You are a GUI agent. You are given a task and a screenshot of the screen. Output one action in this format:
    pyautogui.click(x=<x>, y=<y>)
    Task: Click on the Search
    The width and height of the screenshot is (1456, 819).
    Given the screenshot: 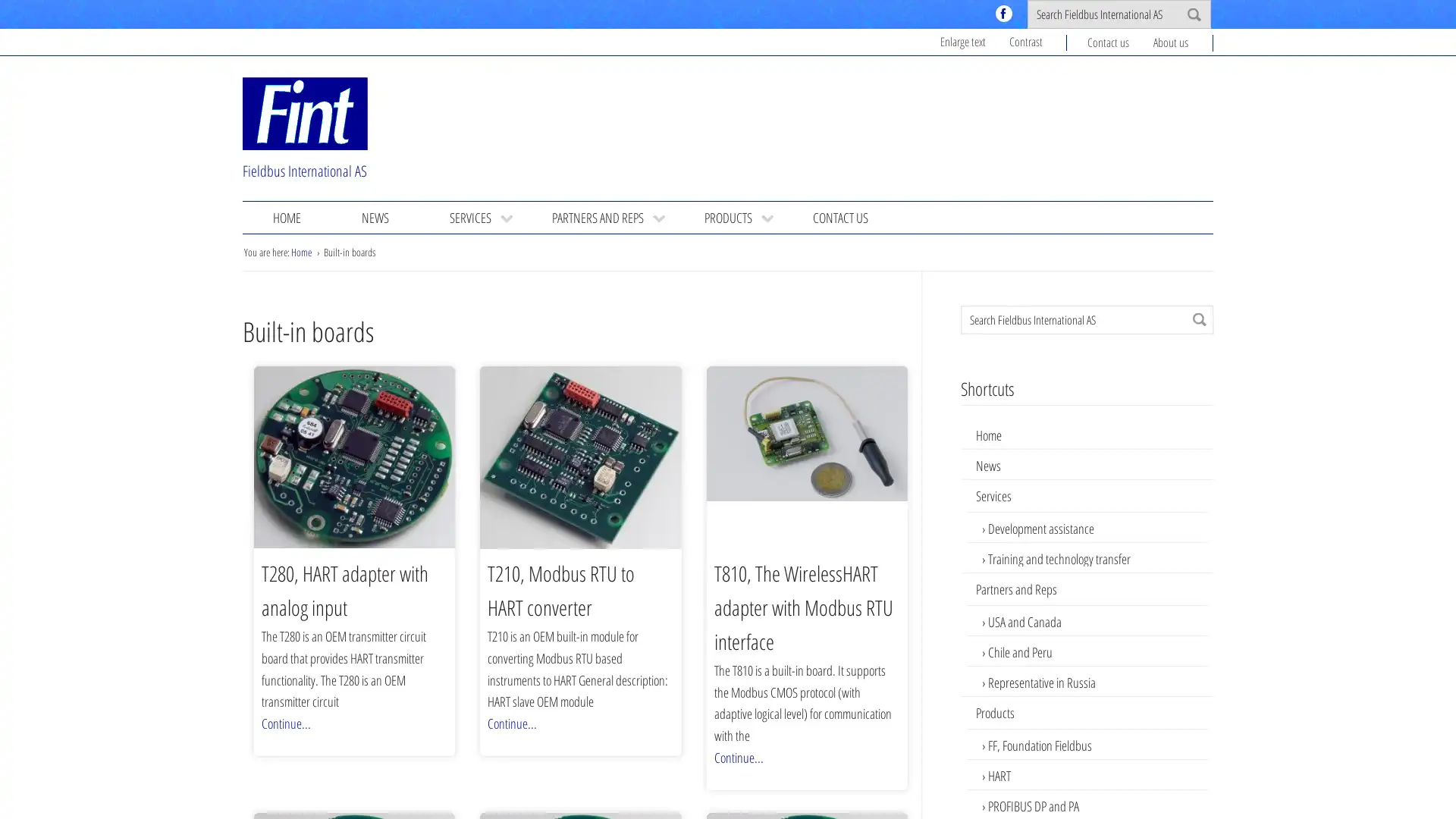 What is the action you would take?
    pyautogui.click(x=1199, y=318)
    